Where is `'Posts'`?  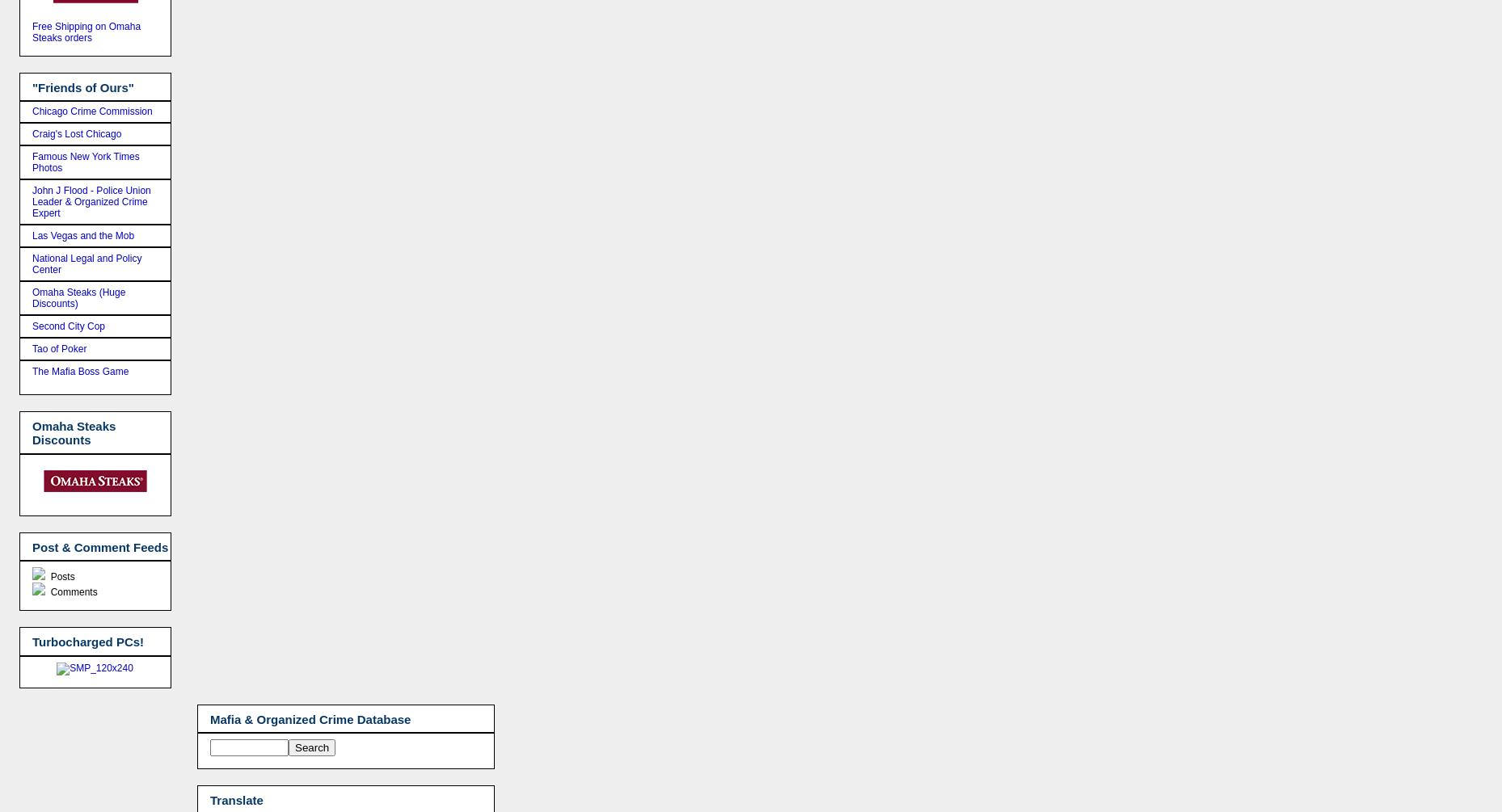
'Posts' is located at coordinates (47, 576).